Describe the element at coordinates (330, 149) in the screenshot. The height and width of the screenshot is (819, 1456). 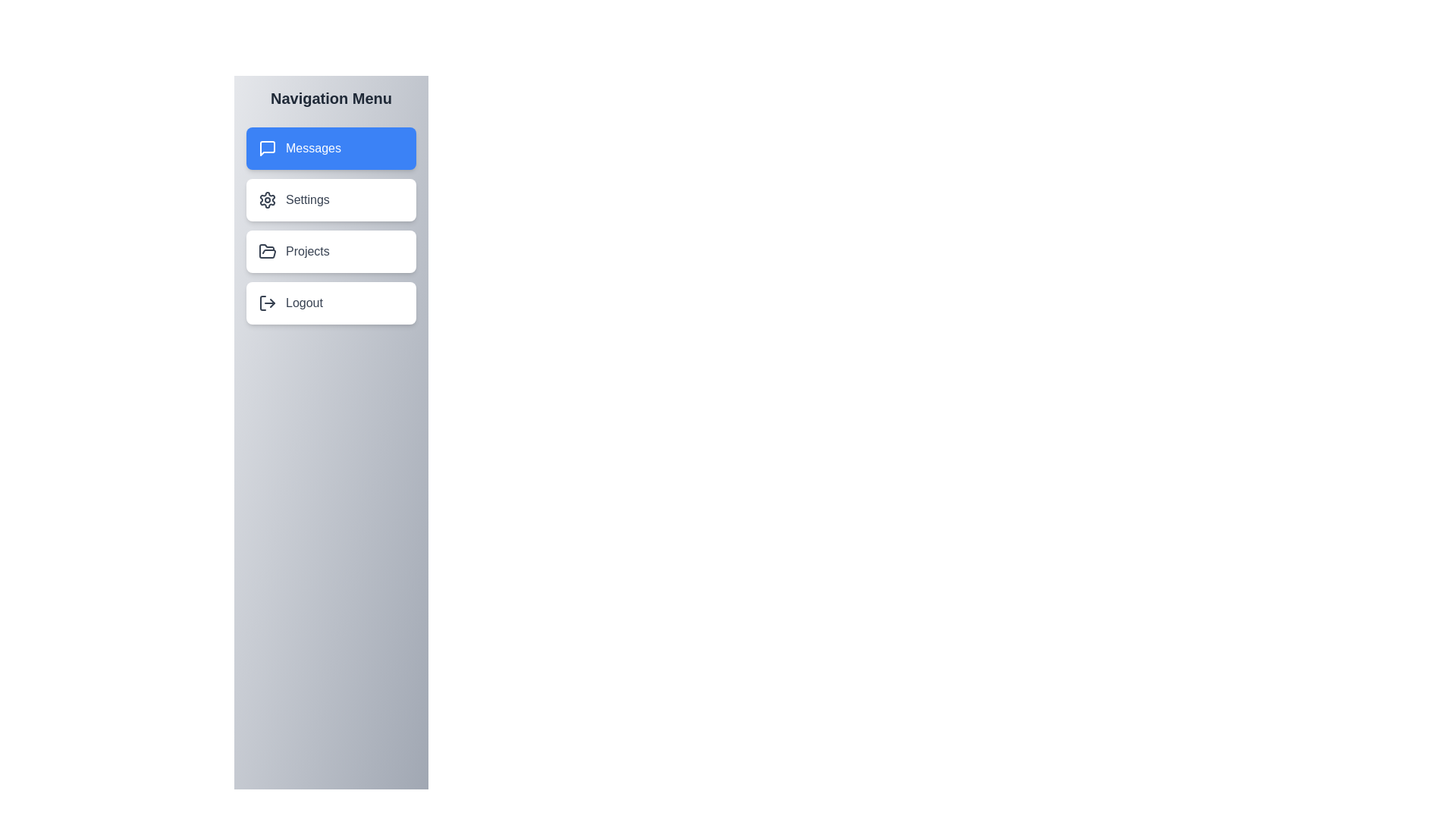
I see `the menu item Messages to navigate` at that location.